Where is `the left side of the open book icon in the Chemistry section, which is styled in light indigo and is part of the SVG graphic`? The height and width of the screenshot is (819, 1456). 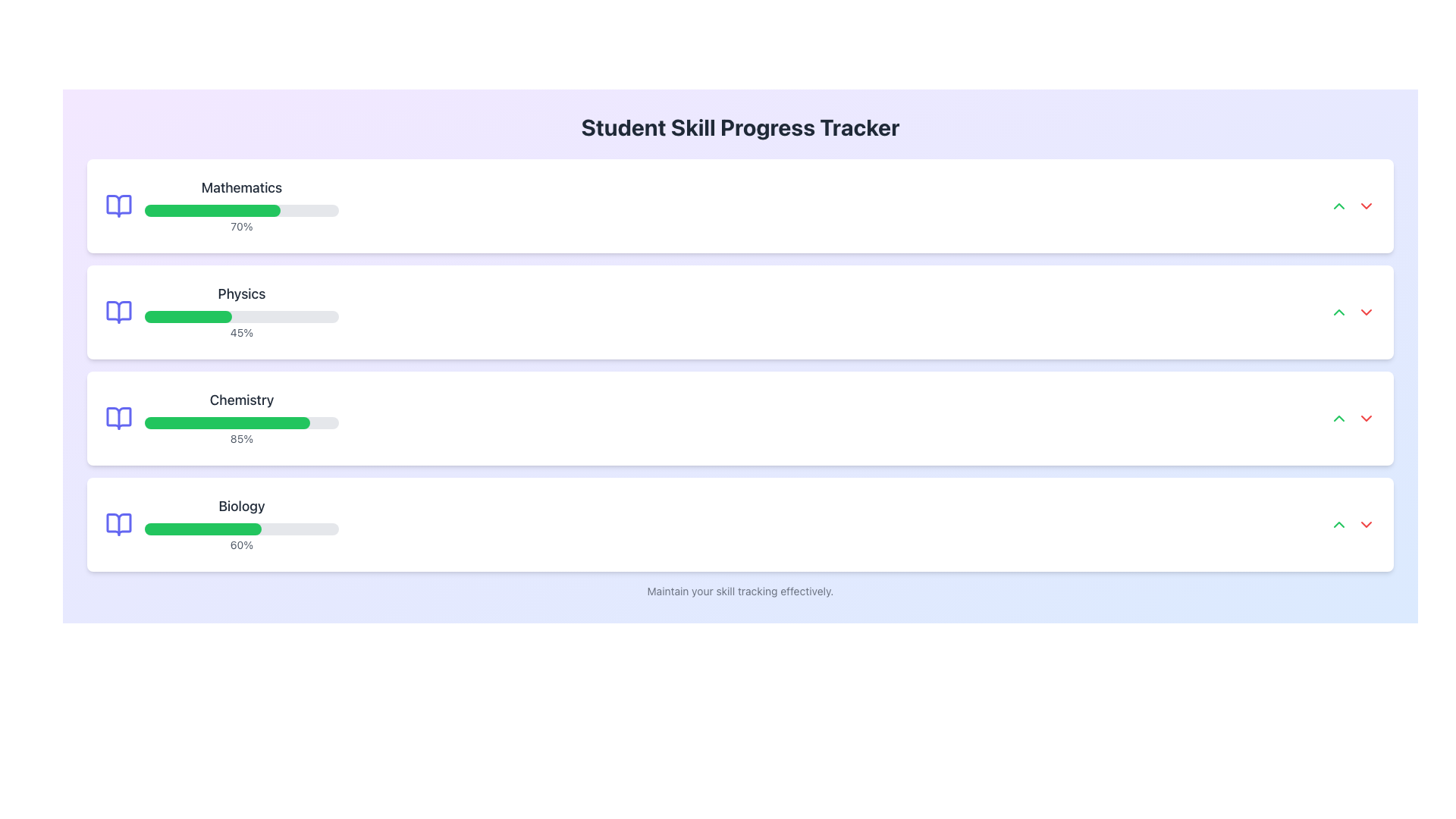 the left side of the open book icon in the Chemistry section, which is styled in light indigo and is part of the SVG graphic is located at coordinates (118, 418).